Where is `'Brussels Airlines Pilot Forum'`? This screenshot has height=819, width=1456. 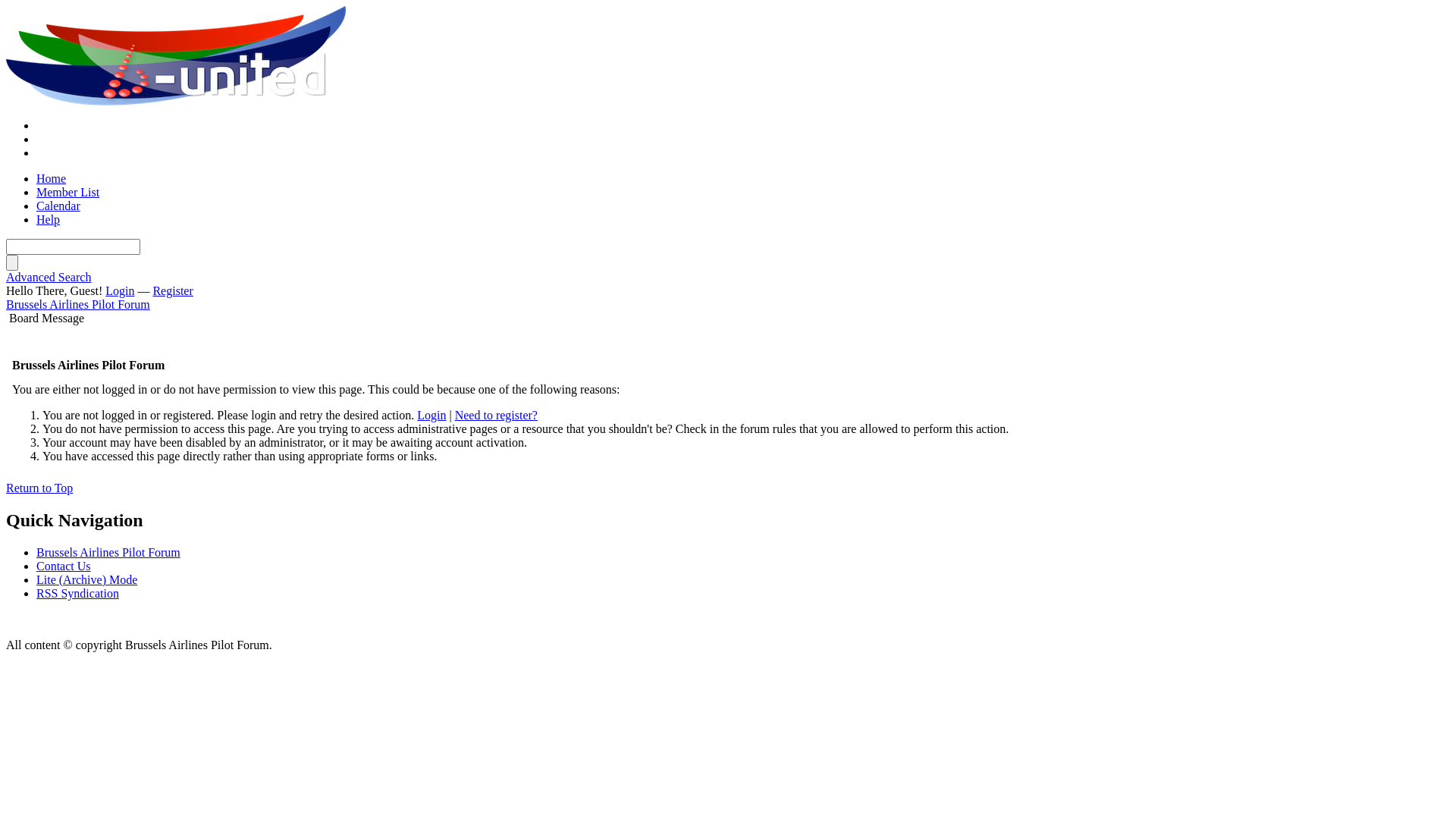
'Brussels Airlines Pilot Forum' is located at coordinates (108, 552).